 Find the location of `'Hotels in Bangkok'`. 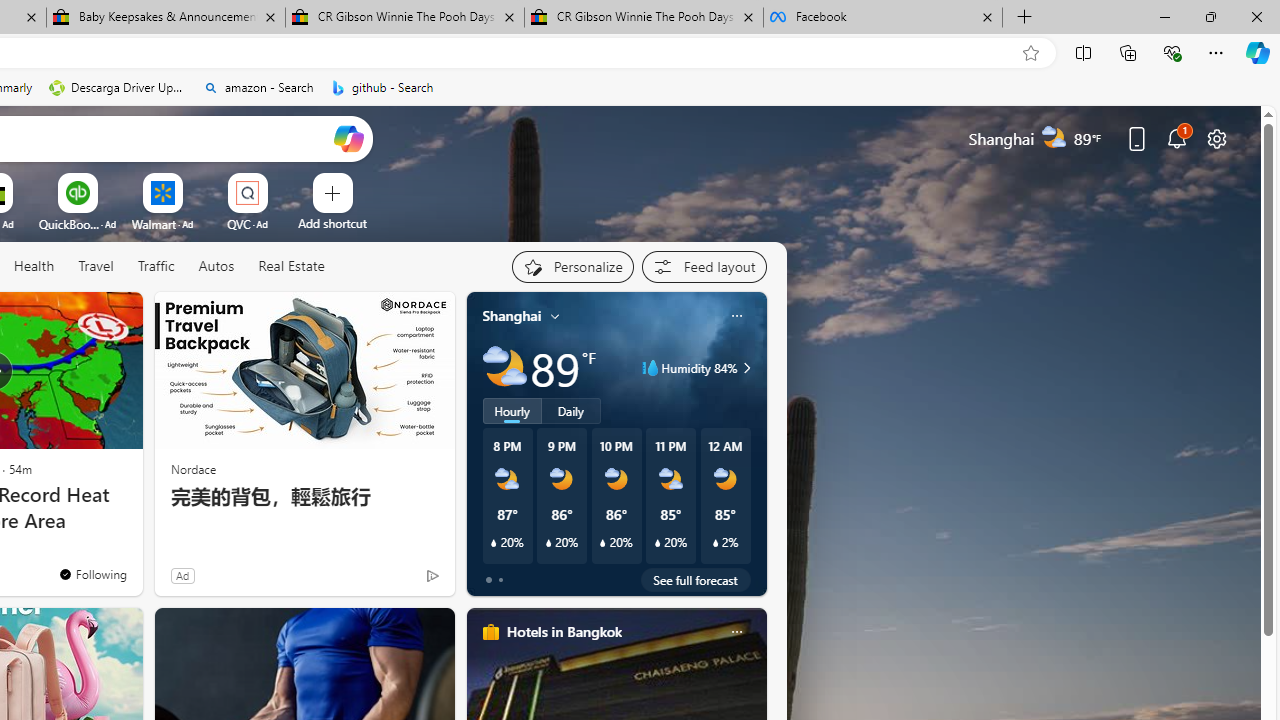

'Hotels in Bangkok' is located at coordinates (562, 631).